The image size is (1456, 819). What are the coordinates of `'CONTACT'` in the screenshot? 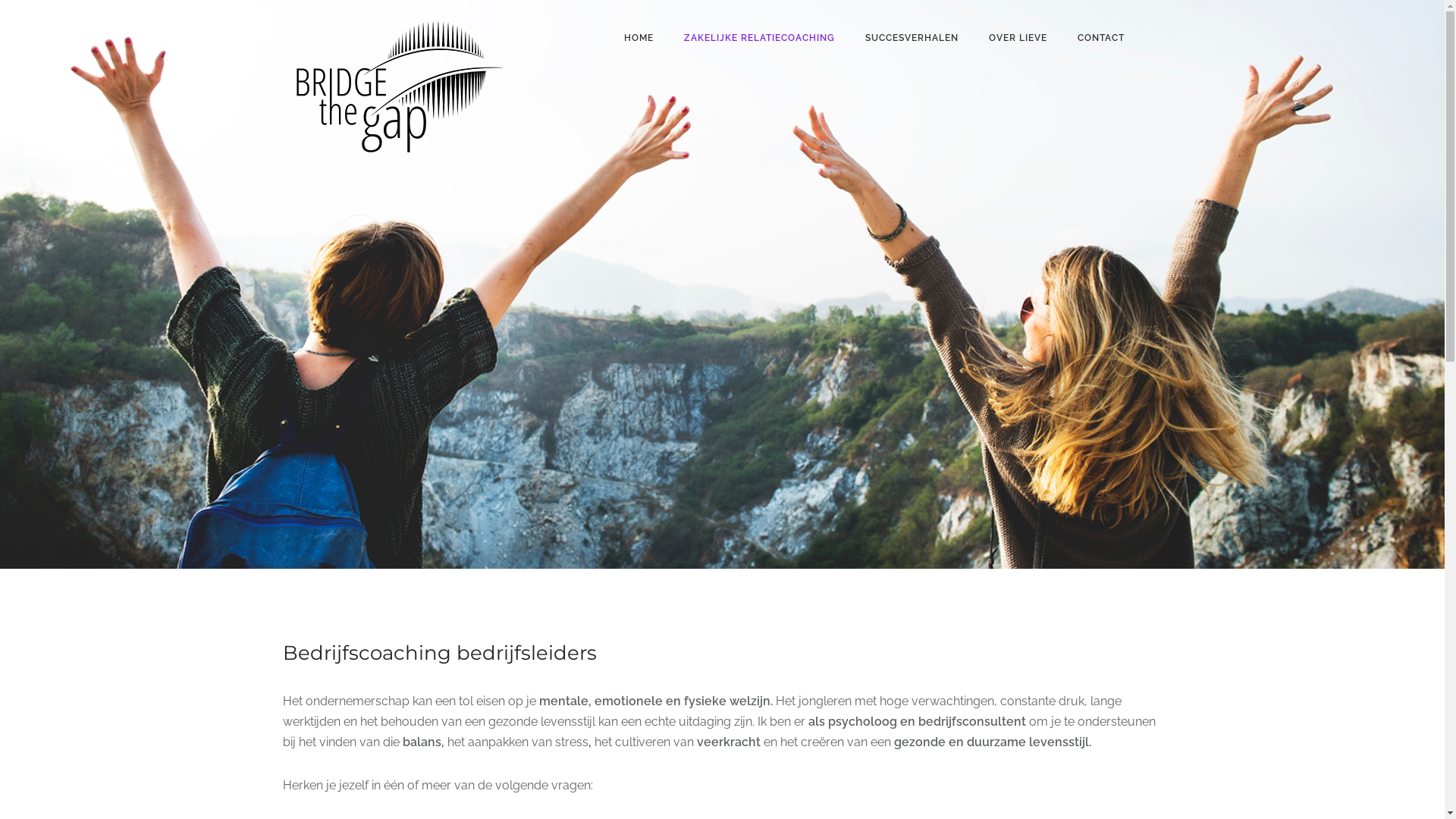 It's located at (1061, 37).